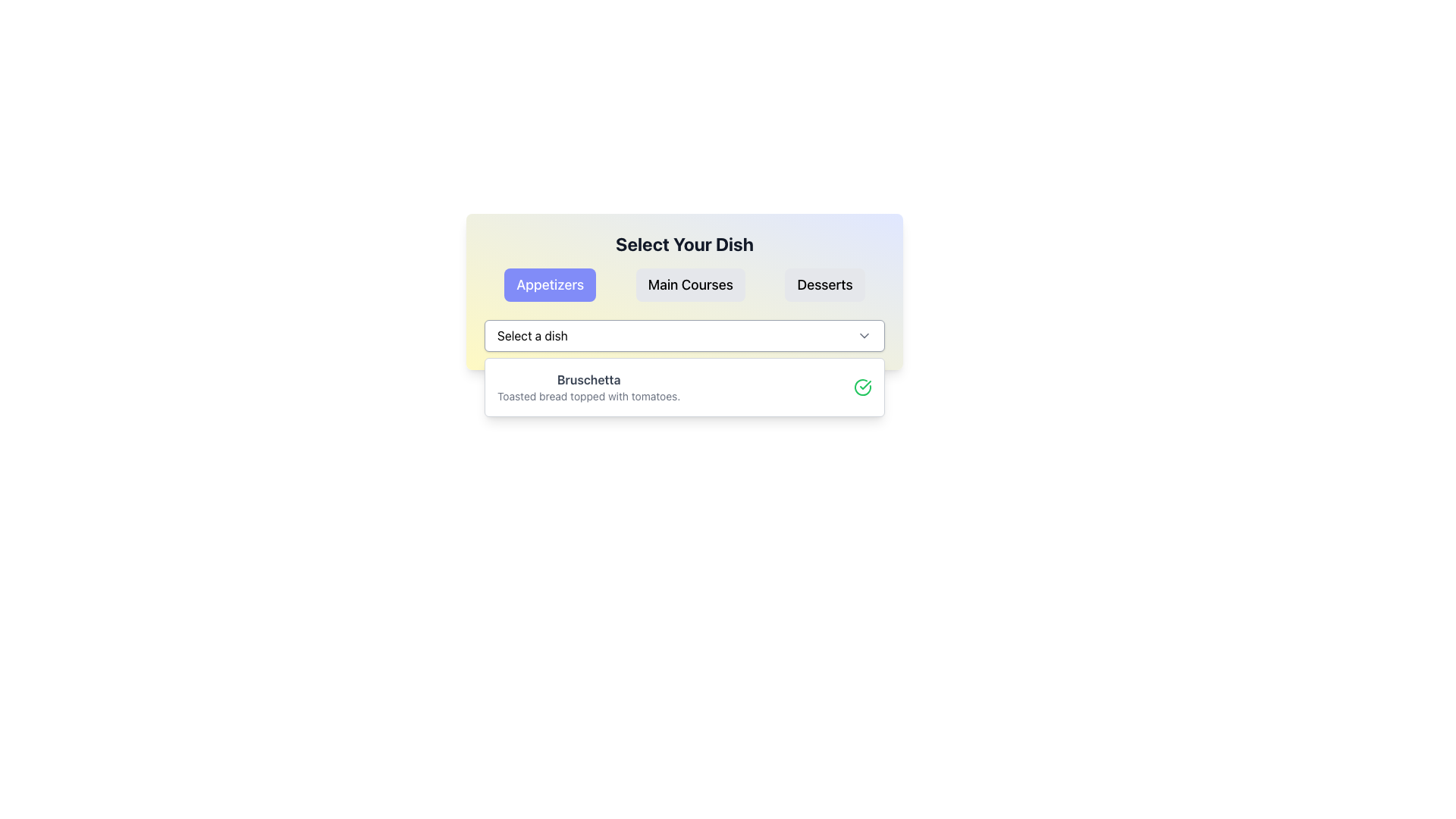 The image size is (1456, 819). I want to click on the dropdown menu labeled 'Select a dish', so click(683, 335).